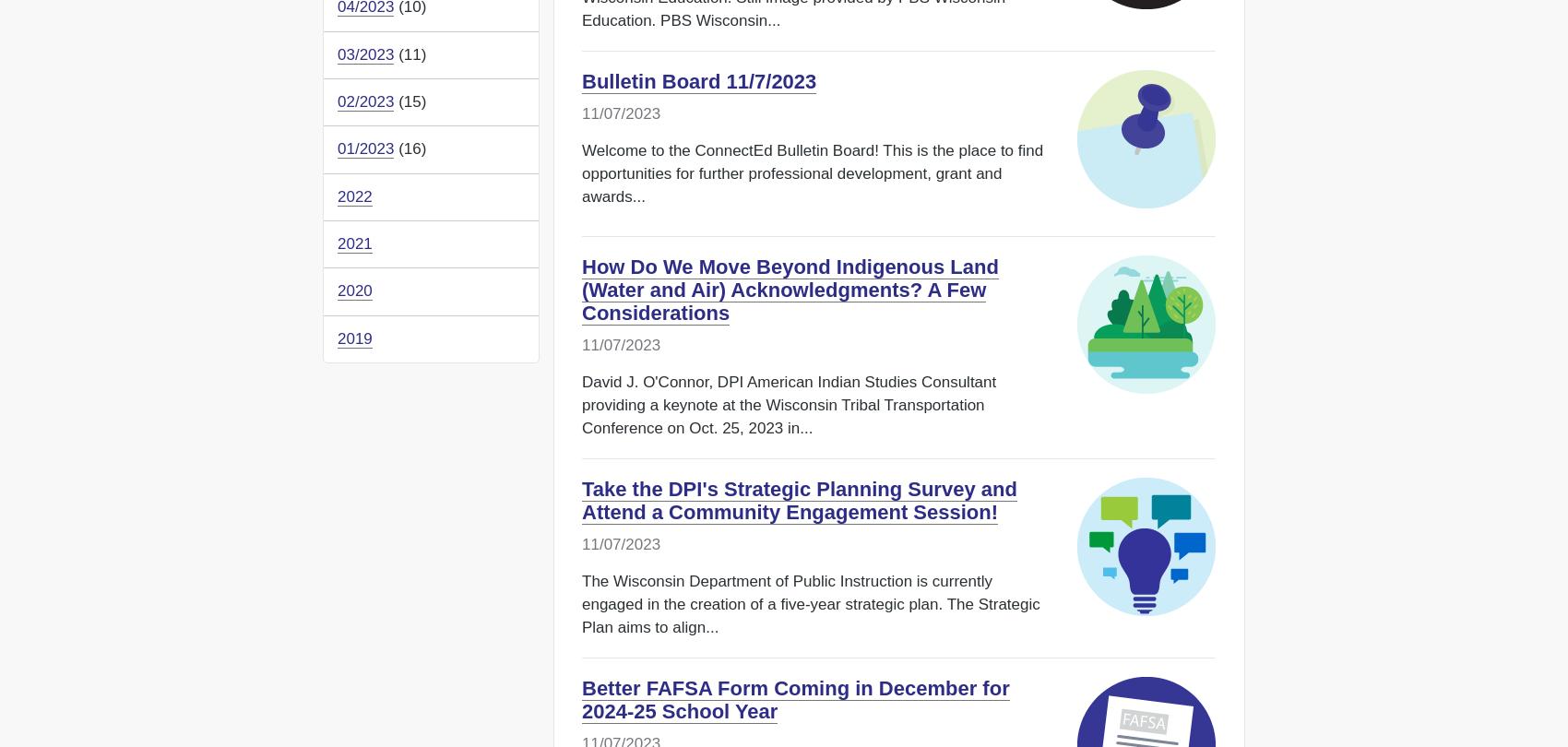 The image size is (1568, 747). Describe the element at coordinates (581, 501) in the screenshot. I see `'Take the DPI's Strategic Planning Survey and Attend a Community Engagement Session!'` at that location.